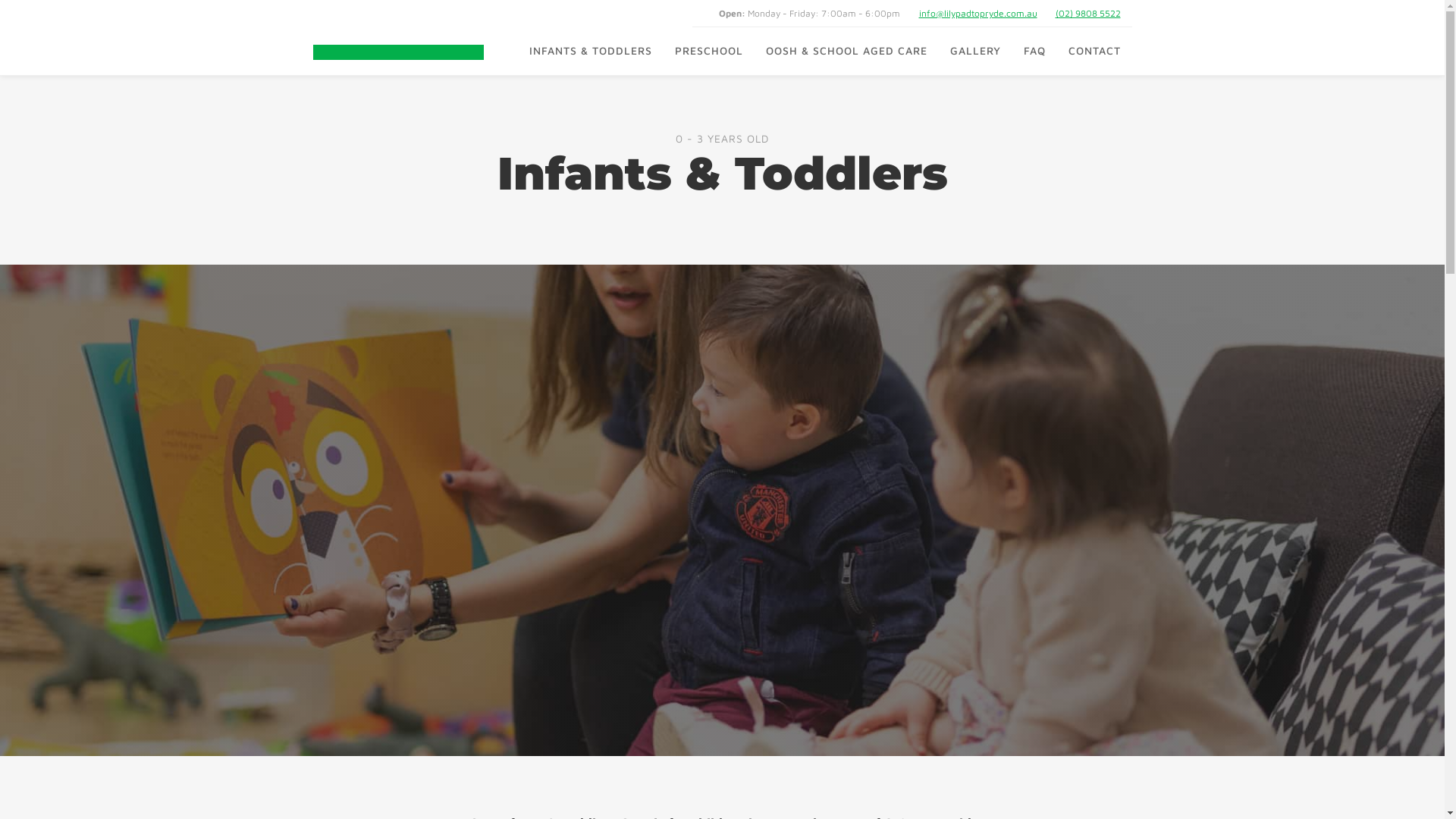  What do you see at coordinates (662, 49) in the screenshot?
I see `'PRESCHOOL'` at bounding box center [662, 49].